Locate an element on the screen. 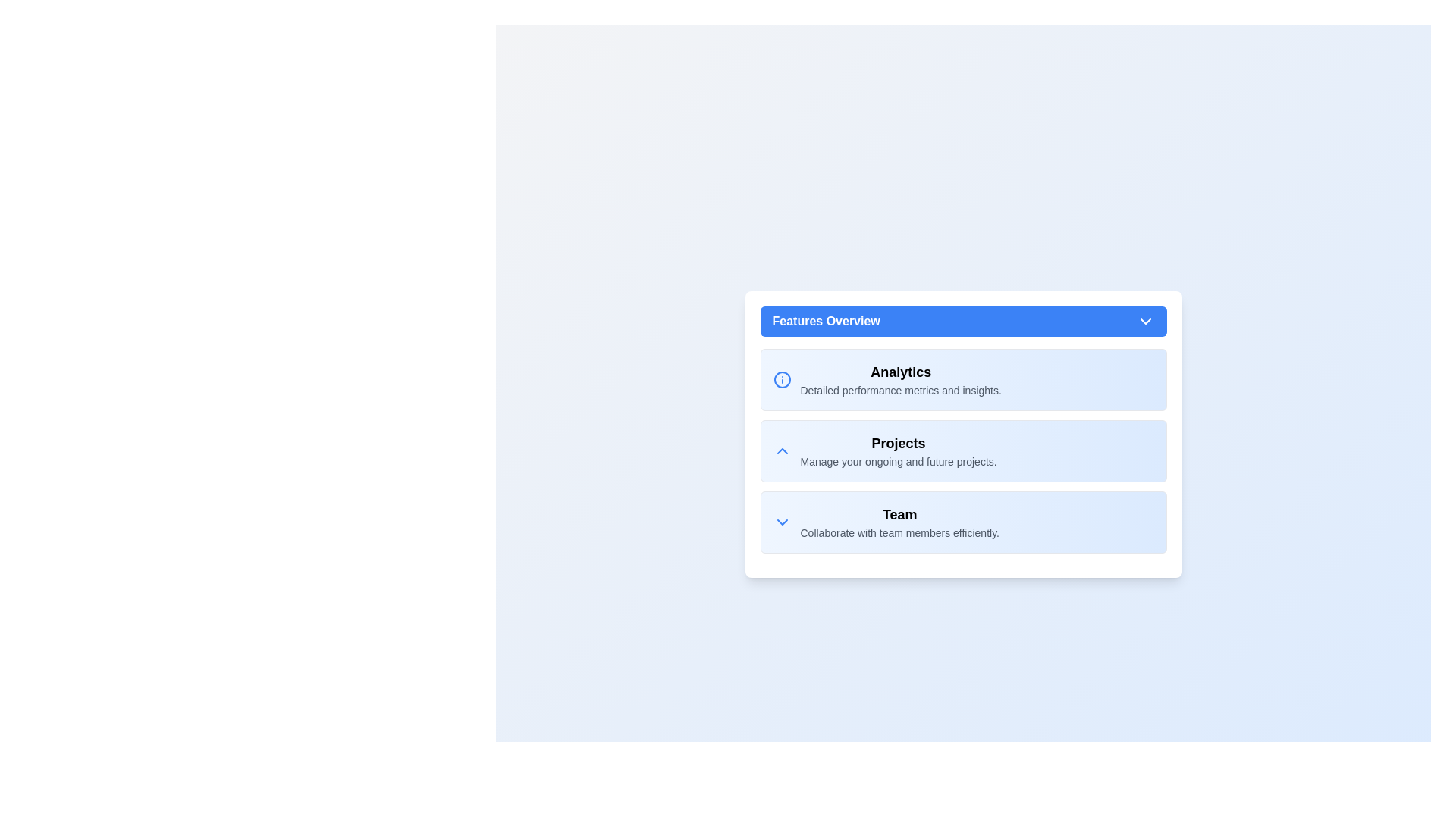  information from the bold 'Analytics' text label, which is centrally aligned under the 'Features Overview' section is located at coordinates (901, 372).